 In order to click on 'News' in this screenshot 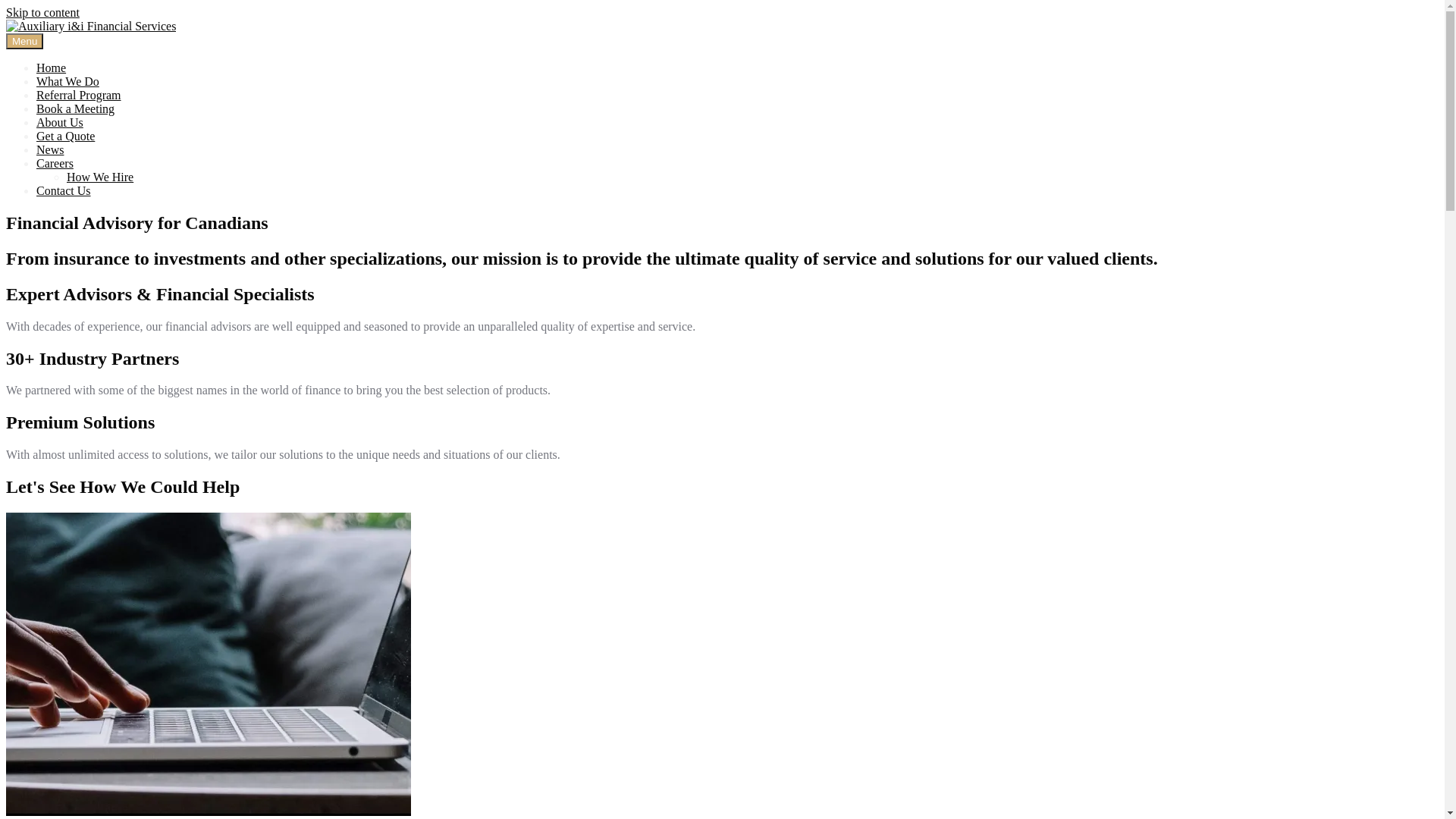, I will do `click(50, 149)`.